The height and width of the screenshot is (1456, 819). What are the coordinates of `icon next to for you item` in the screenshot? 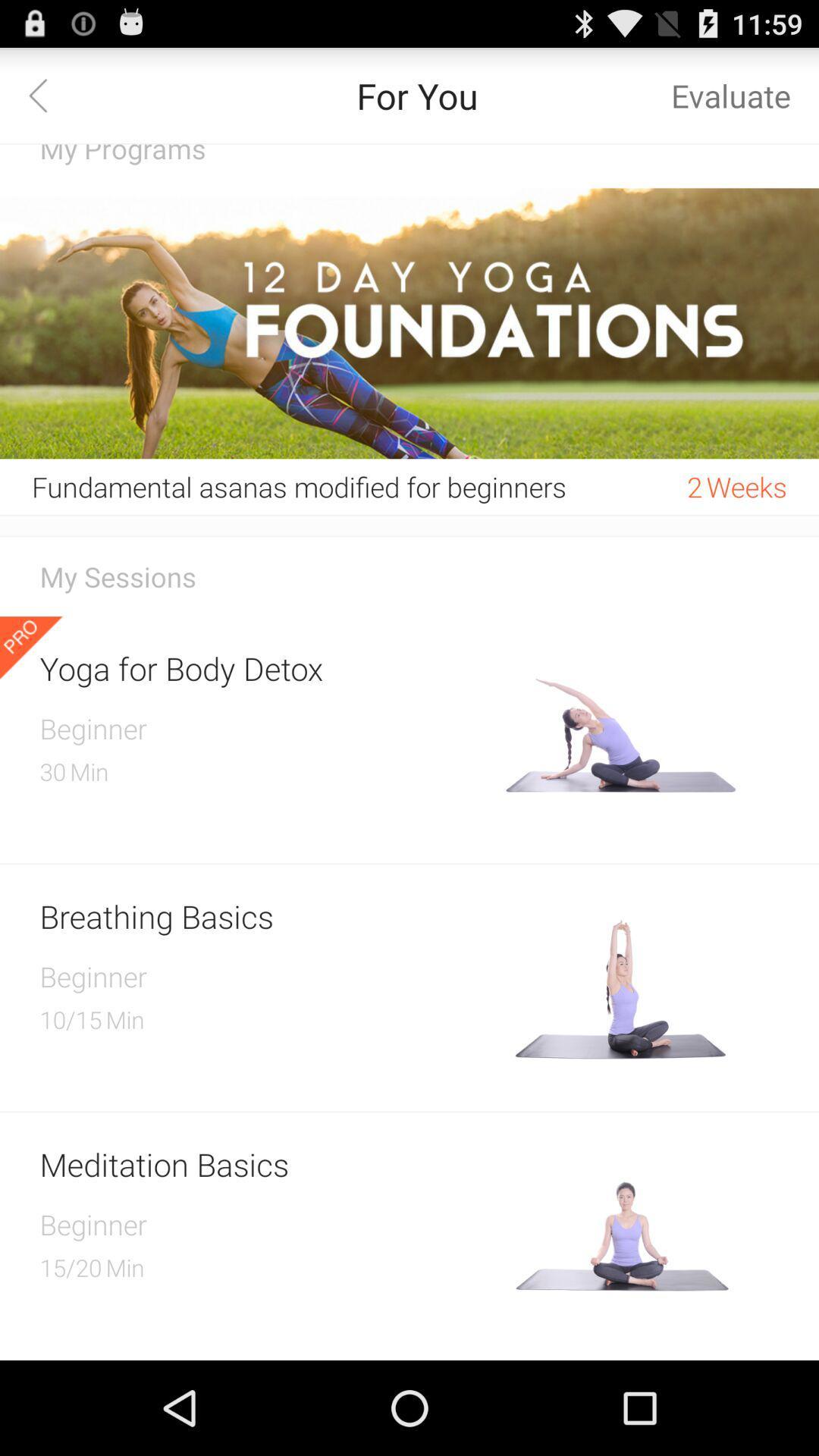 It's located at (46, 94).